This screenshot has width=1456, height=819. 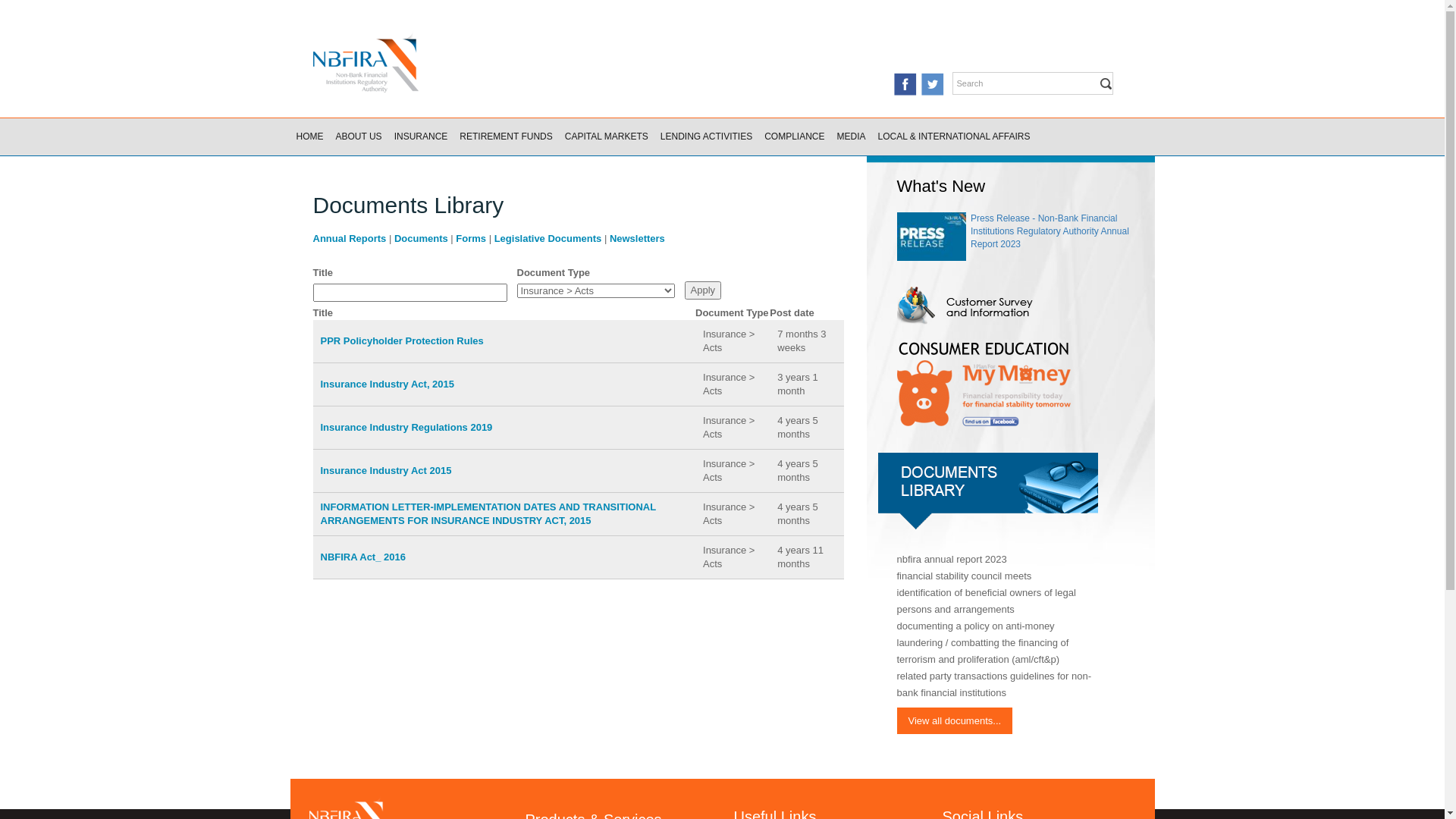 I want to click on 'CAPITAL MARKETS', so click(x=607, y=136).